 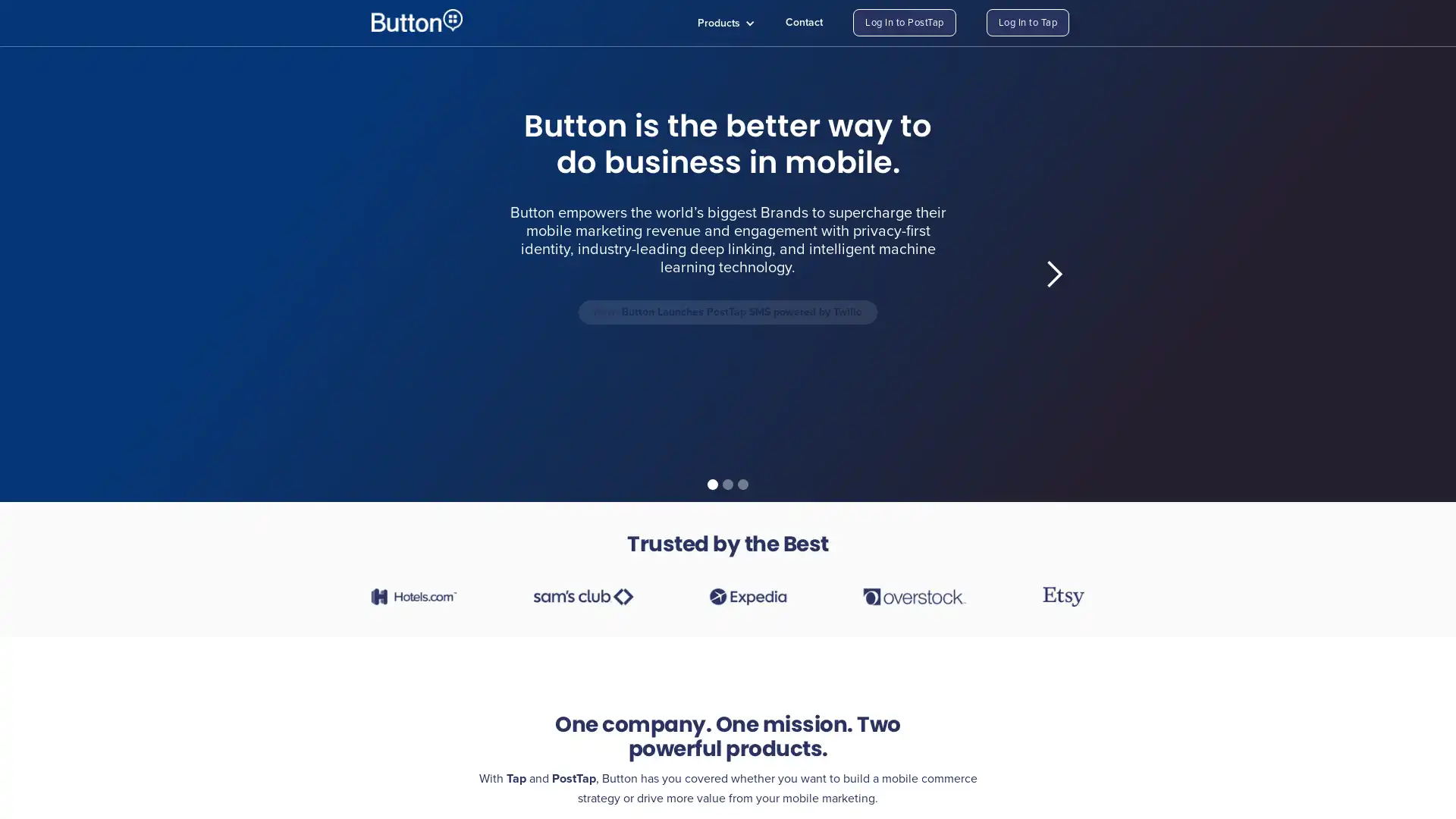 What do you see at coordinates (401, 275) in the screenshot?
I see `previous slide` at bounding box center [401, 275].